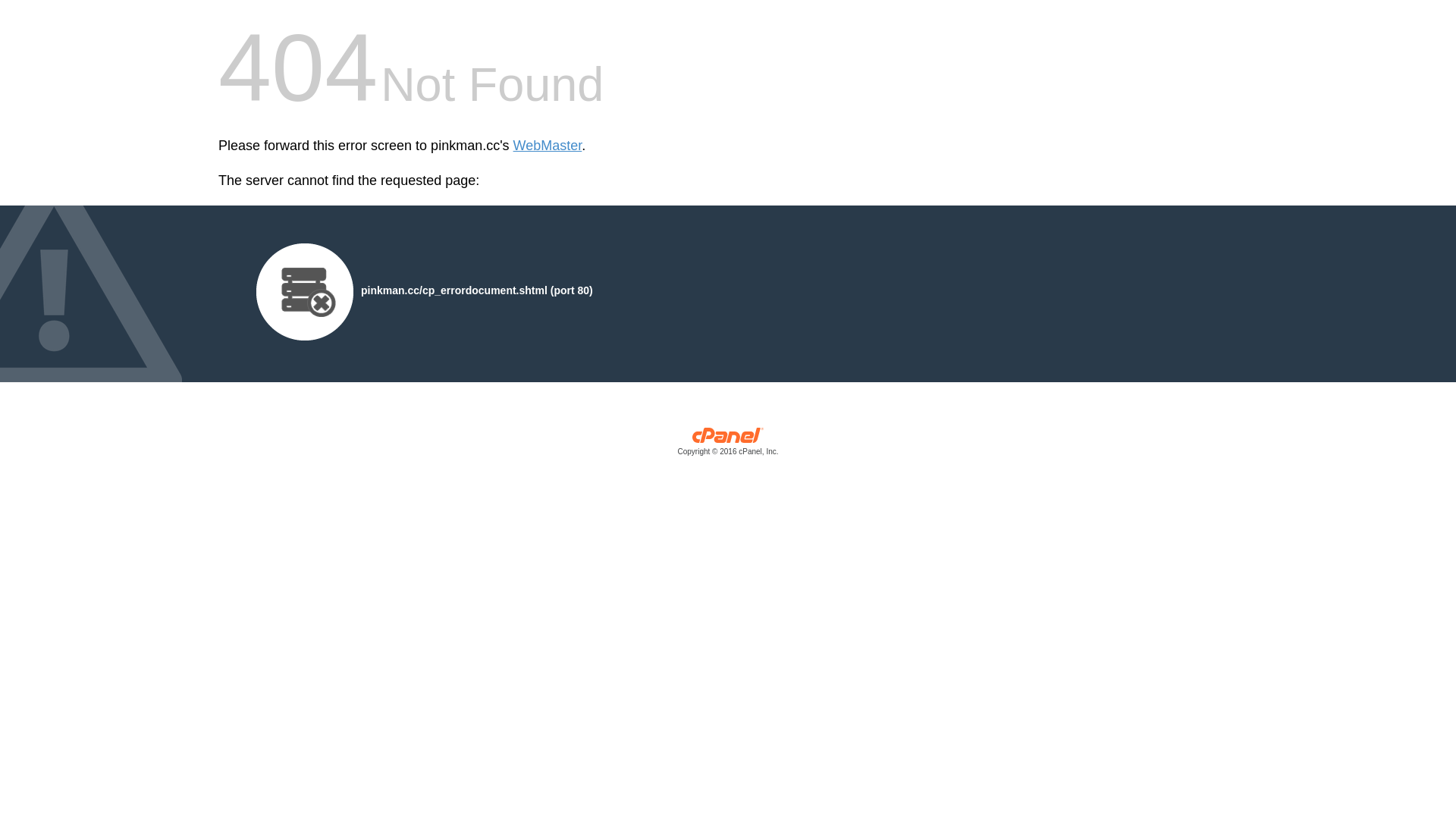 This screenshot has height=819, width=1456. Describe the element at coordinates (547, 146) in the screenshot. I see `'WebMaster'` at that location.